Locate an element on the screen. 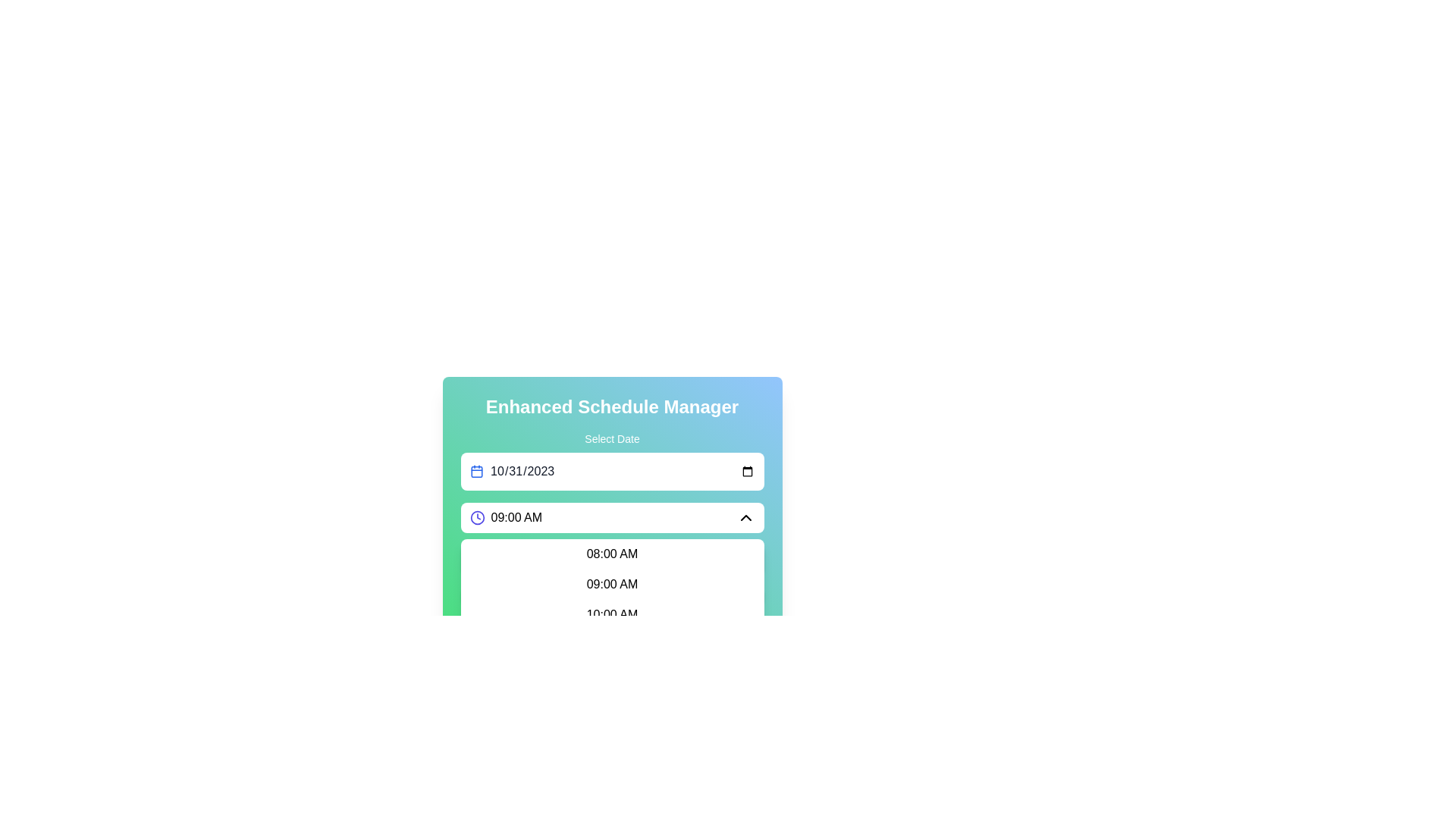 The height and width of the screenshot is (819, 1456). the third list item in the dropdown menu is located at coordinates (612, 614).